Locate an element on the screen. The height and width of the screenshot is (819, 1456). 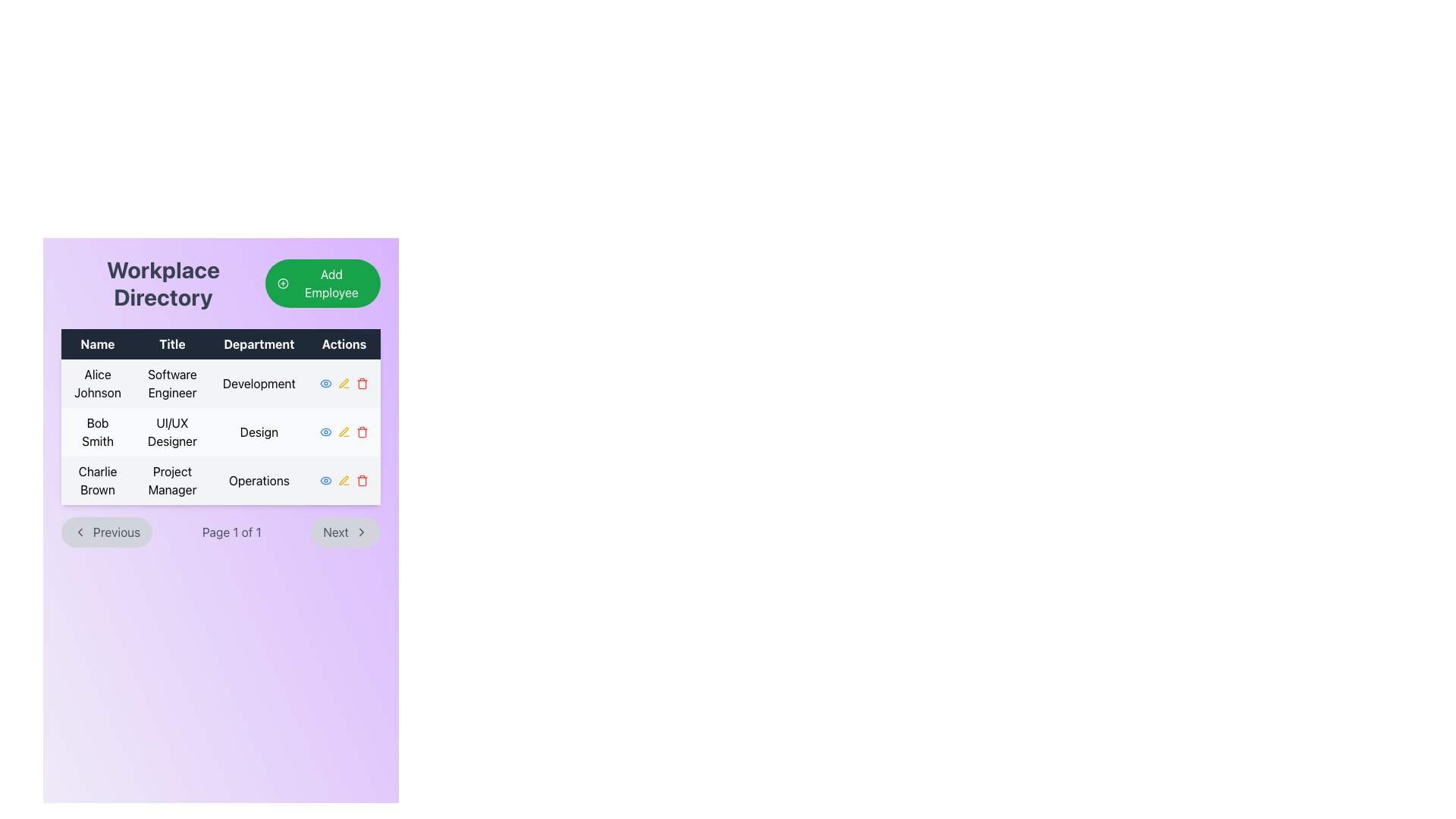
the static text label indicating the department for 'Charlie Brown' in the third row of the table is located at coordinates (259, 480).